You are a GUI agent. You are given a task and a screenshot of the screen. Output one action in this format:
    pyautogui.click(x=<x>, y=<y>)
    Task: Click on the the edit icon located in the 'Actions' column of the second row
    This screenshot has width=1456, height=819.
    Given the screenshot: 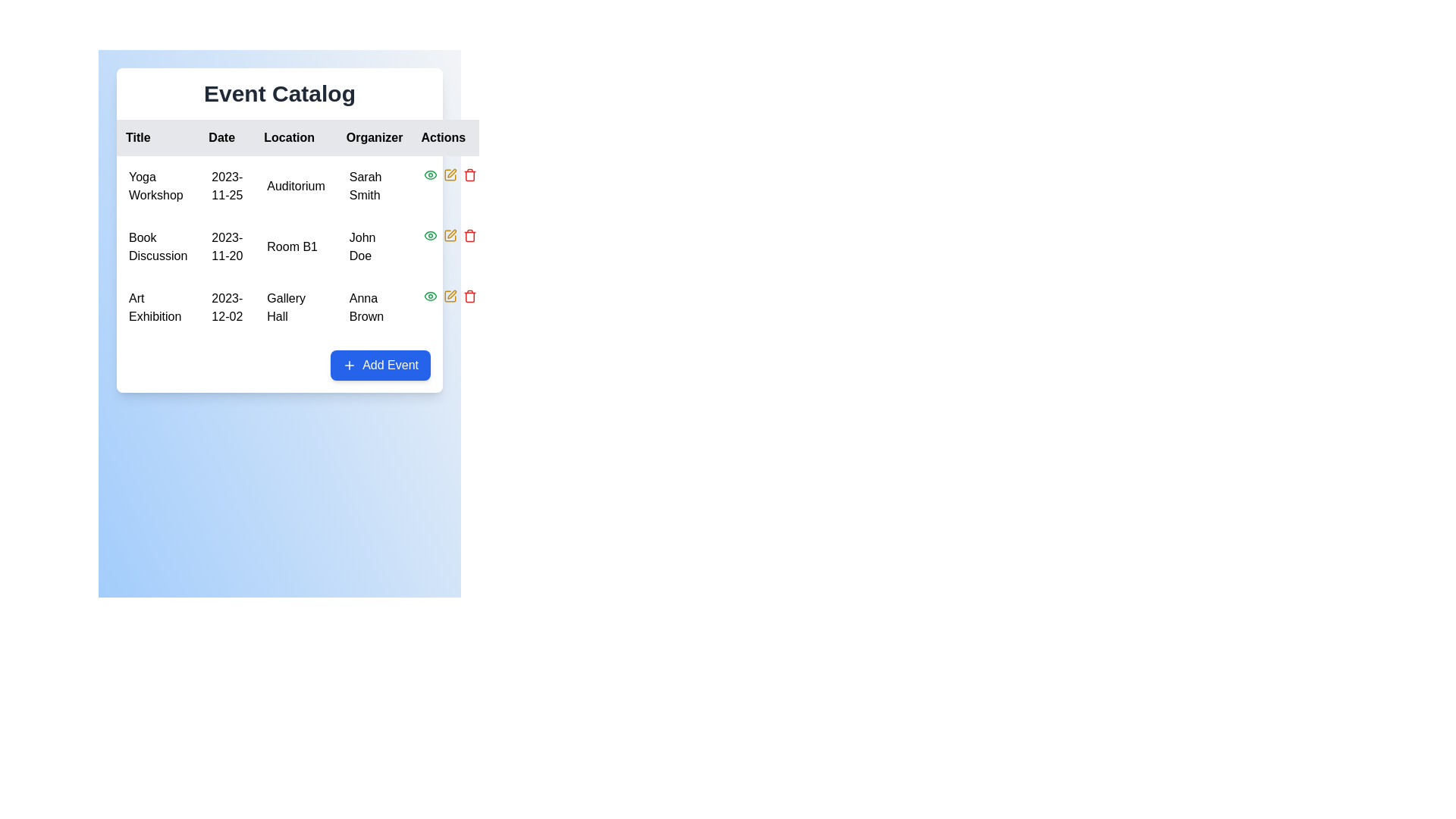 What is the action you would take?
    pyautogui.click(x=451, y=172)
    